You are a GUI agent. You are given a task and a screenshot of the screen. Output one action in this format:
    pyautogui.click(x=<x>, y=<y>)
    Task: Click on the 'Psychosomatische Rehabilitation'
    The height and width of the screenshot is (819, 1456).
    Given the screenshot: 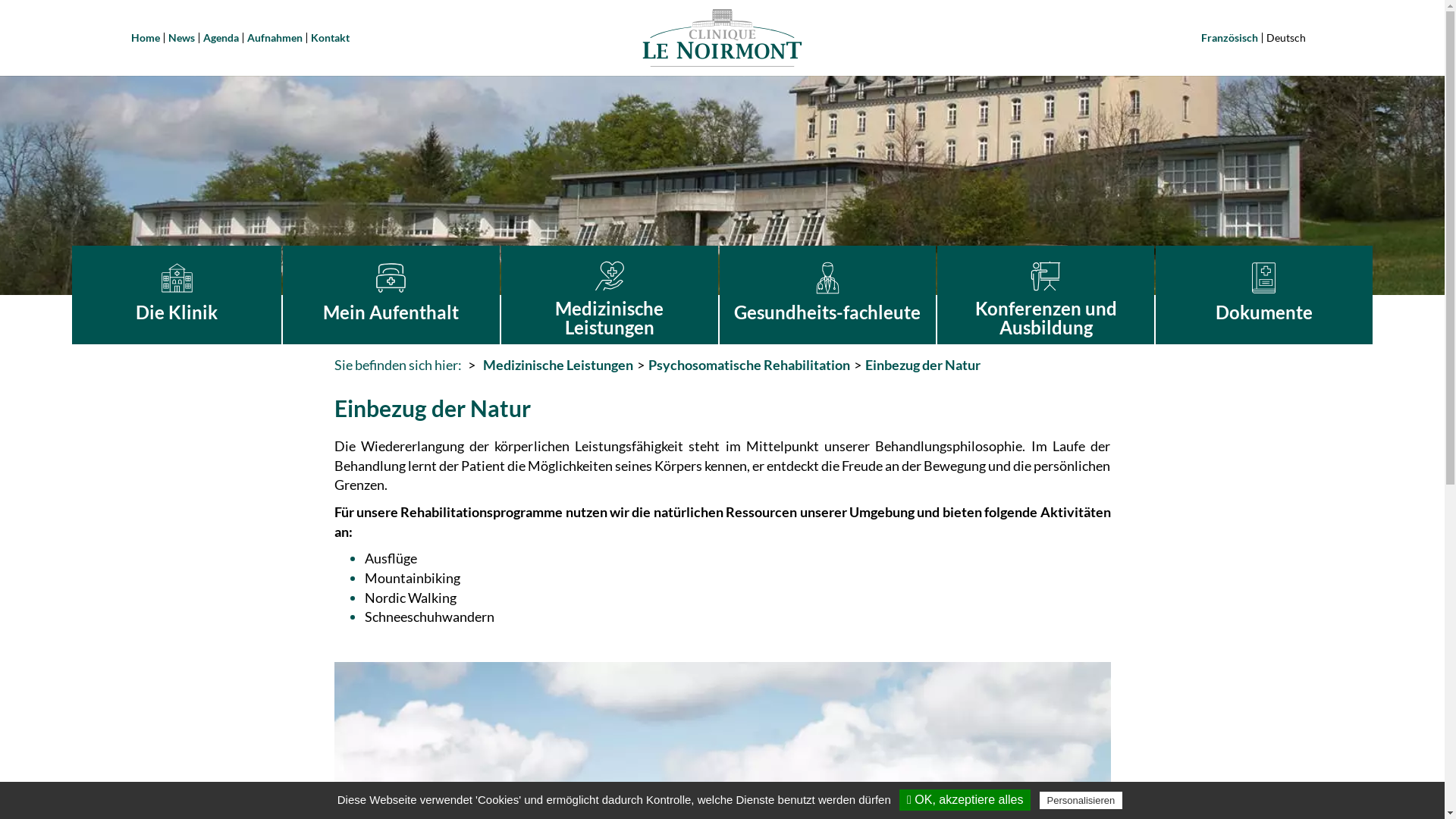 What is the action you would take?
    pyautogui.click(x=648, y=365)
    